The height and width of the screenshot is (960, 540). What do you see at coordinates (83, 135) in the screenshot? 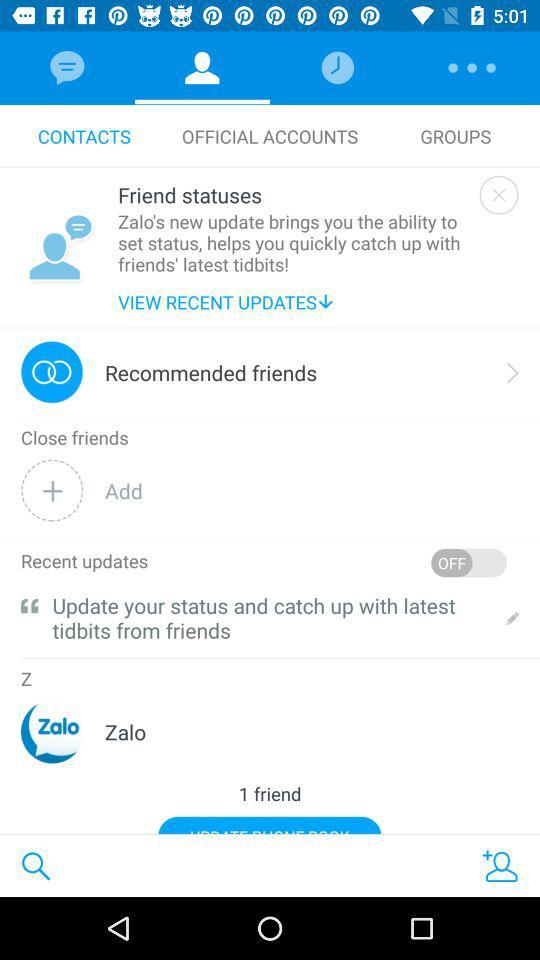
I see `the icon to the left of official accounts item` at bounding box center [83, 135].